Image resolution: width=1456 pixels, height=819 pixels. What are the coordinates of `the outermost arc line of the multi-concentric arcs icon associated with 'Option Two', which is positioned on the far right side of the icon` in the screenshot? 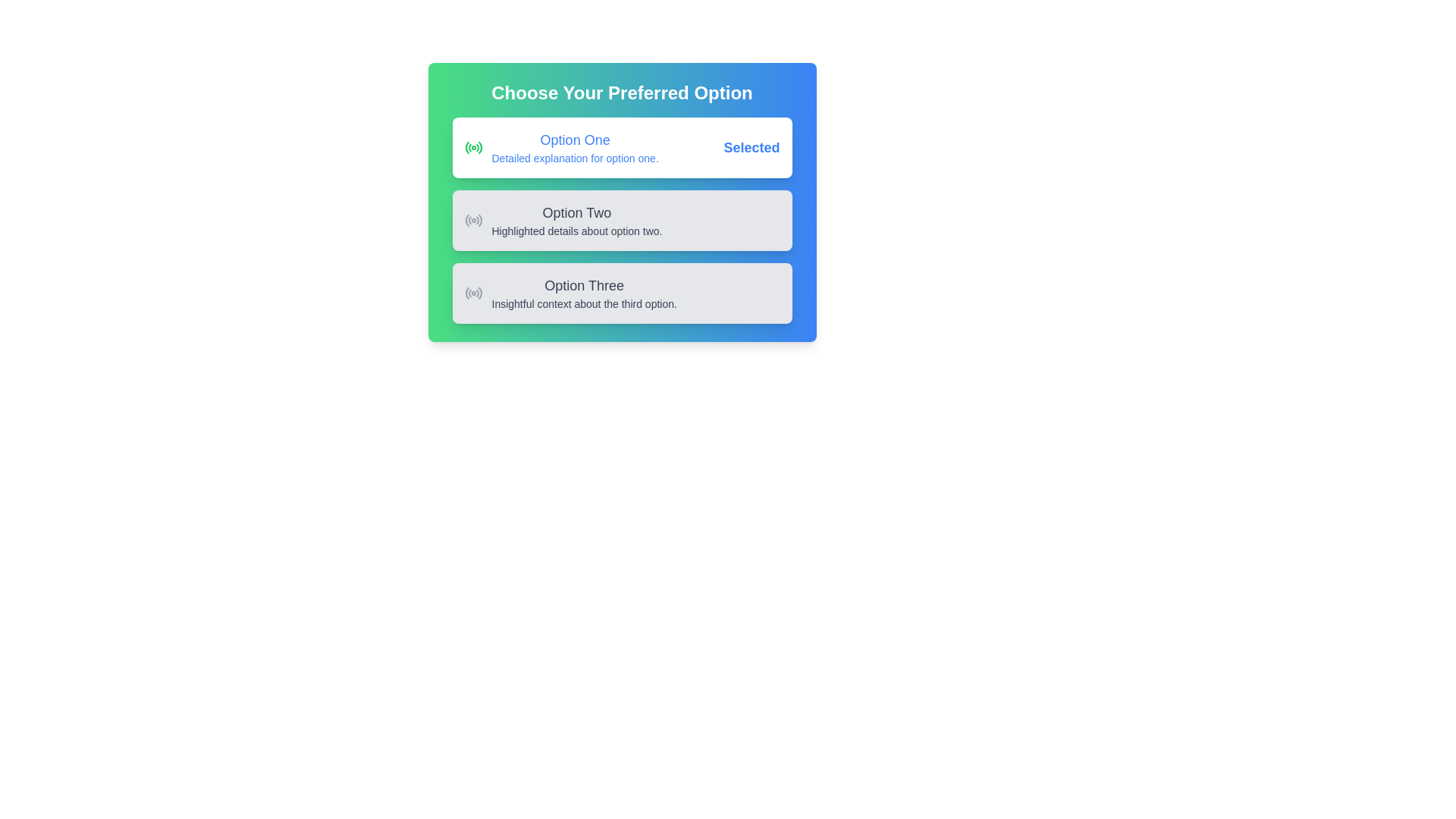 It's located at (479, 220).